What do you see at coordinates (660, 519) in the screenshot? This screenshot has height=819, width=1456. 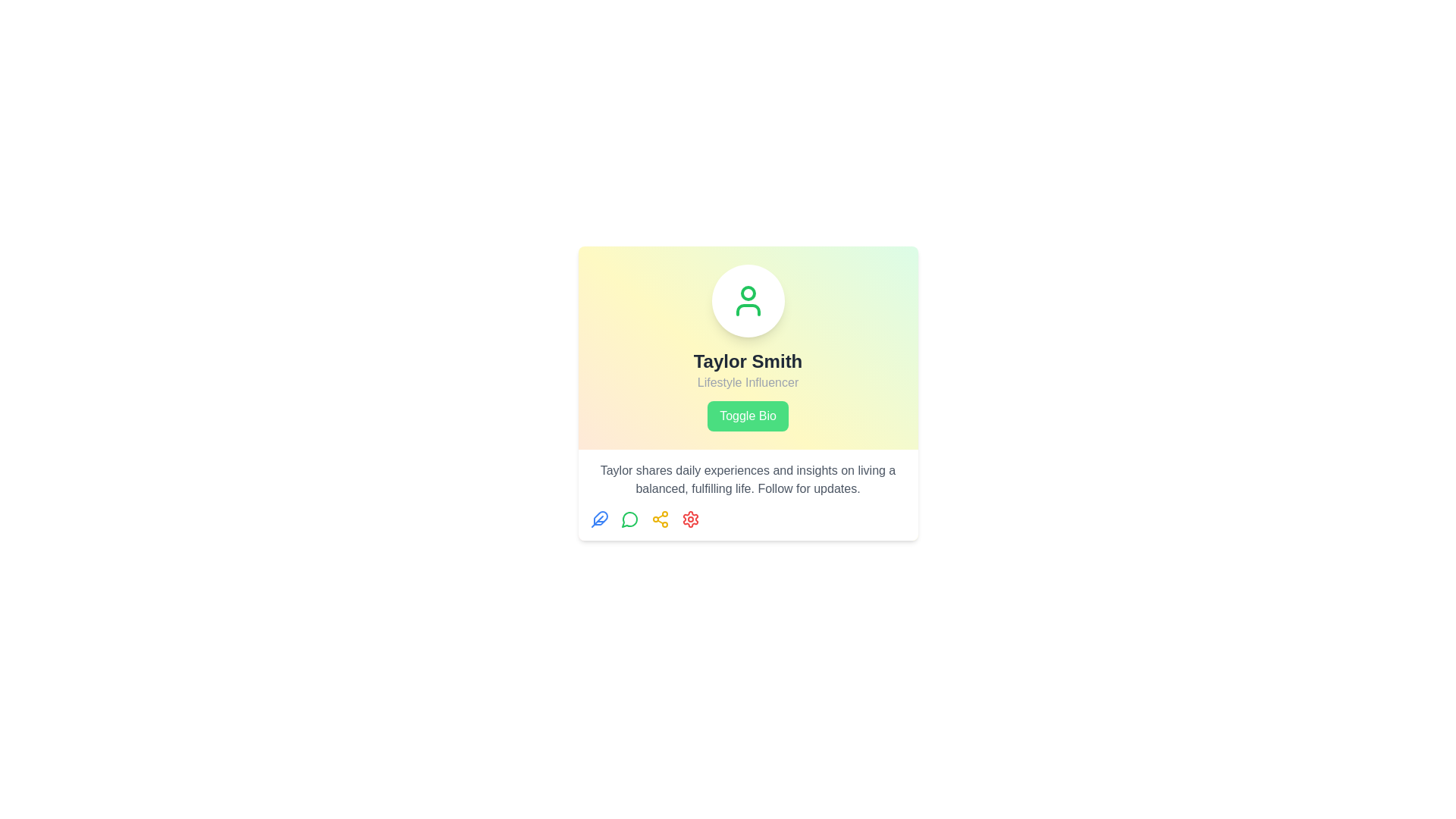 I see `the share icon, which is the third icon in a row of four located below the user profile card` at bounding box center [660, 519].